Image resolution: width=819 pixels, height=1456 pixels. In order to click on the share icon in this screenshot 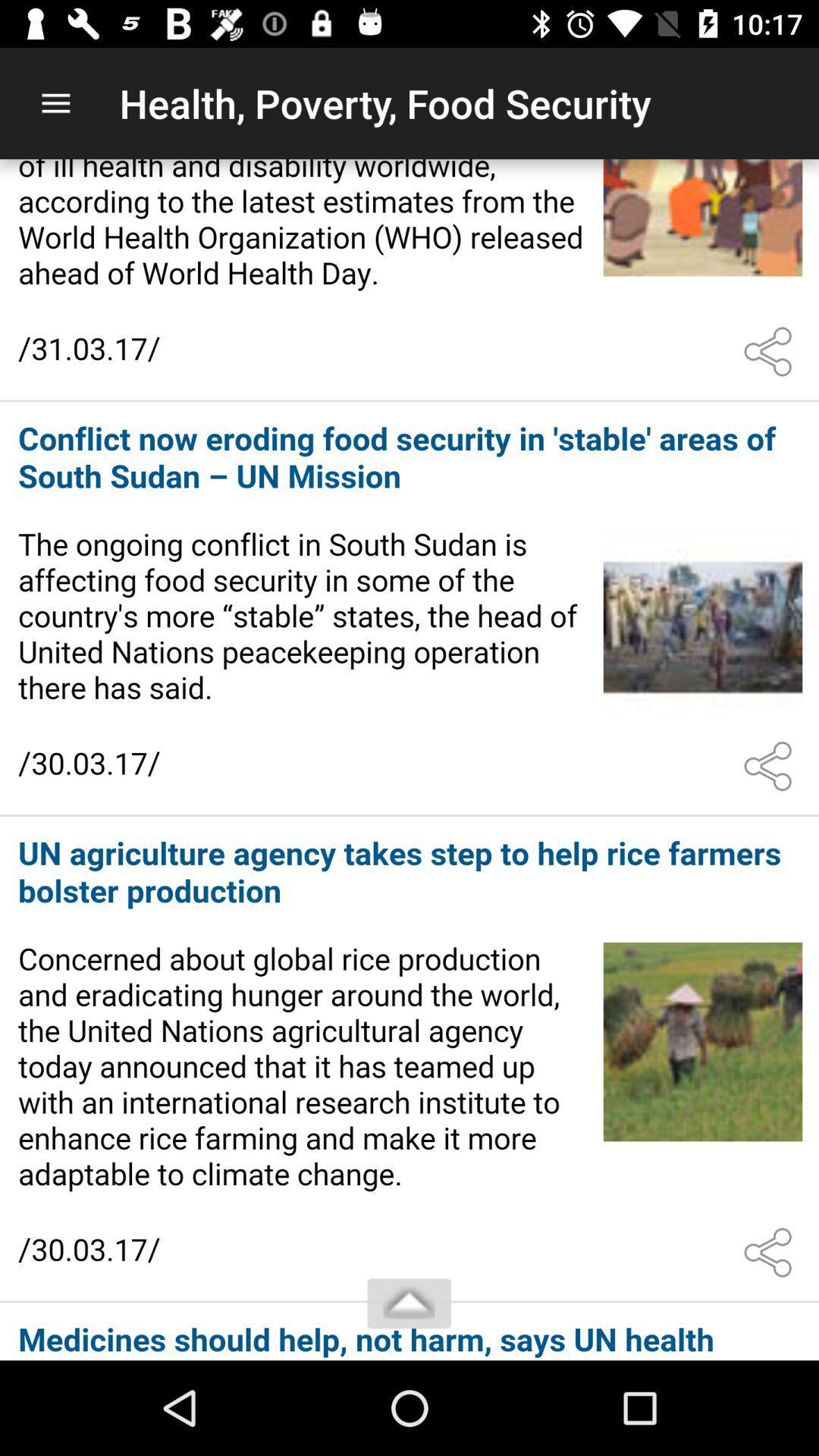, I will do `click(771, 767)`.